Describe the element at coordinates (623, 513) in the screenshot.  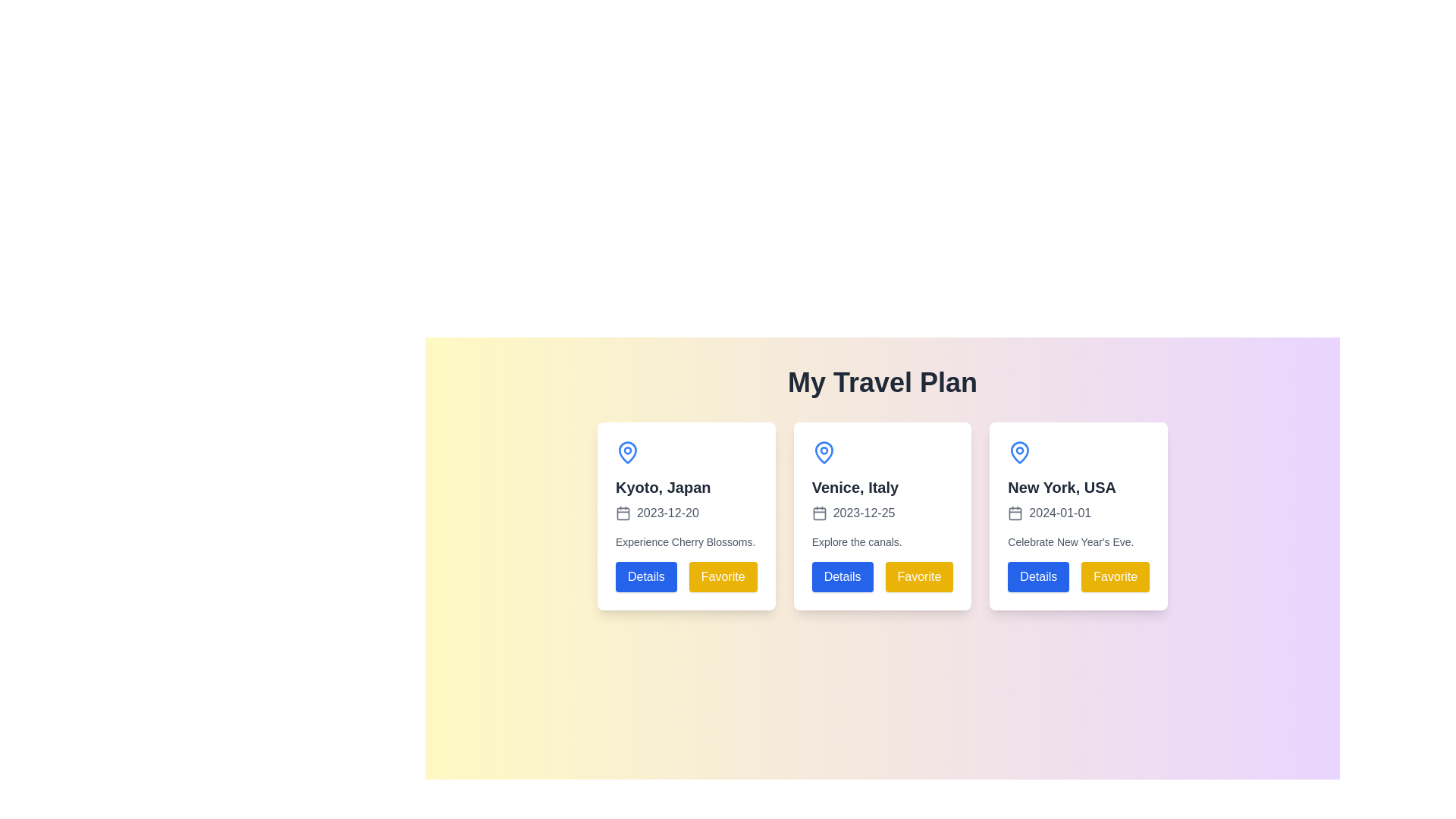
I see `the SVG rectangle that represents the content area of the calendar icon, located next to the text 'Kyoto, Japan' and above the date '2023-12-20'` at that location.